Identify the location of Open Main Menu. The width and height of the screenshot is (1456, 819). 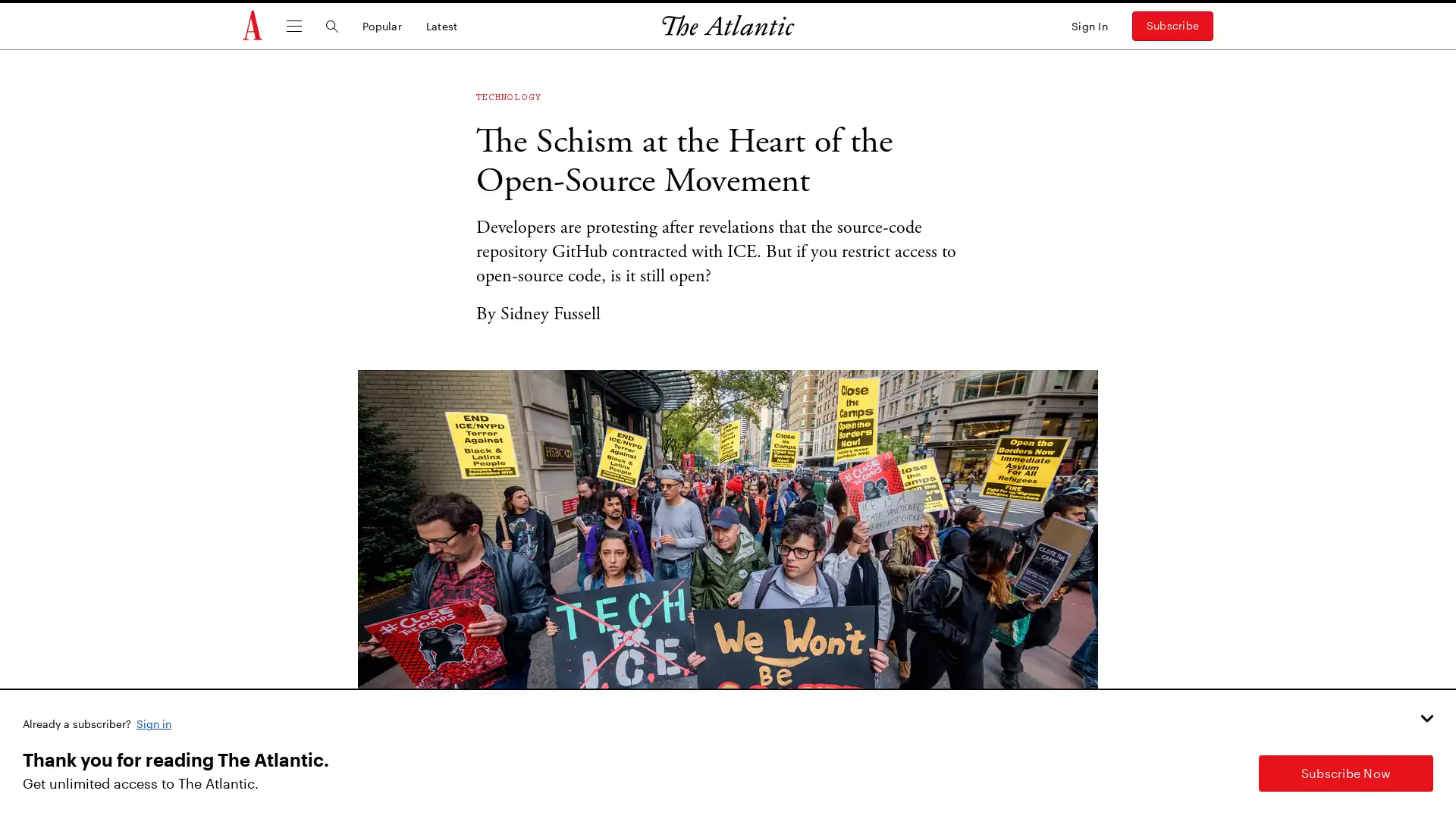
(294, 26).